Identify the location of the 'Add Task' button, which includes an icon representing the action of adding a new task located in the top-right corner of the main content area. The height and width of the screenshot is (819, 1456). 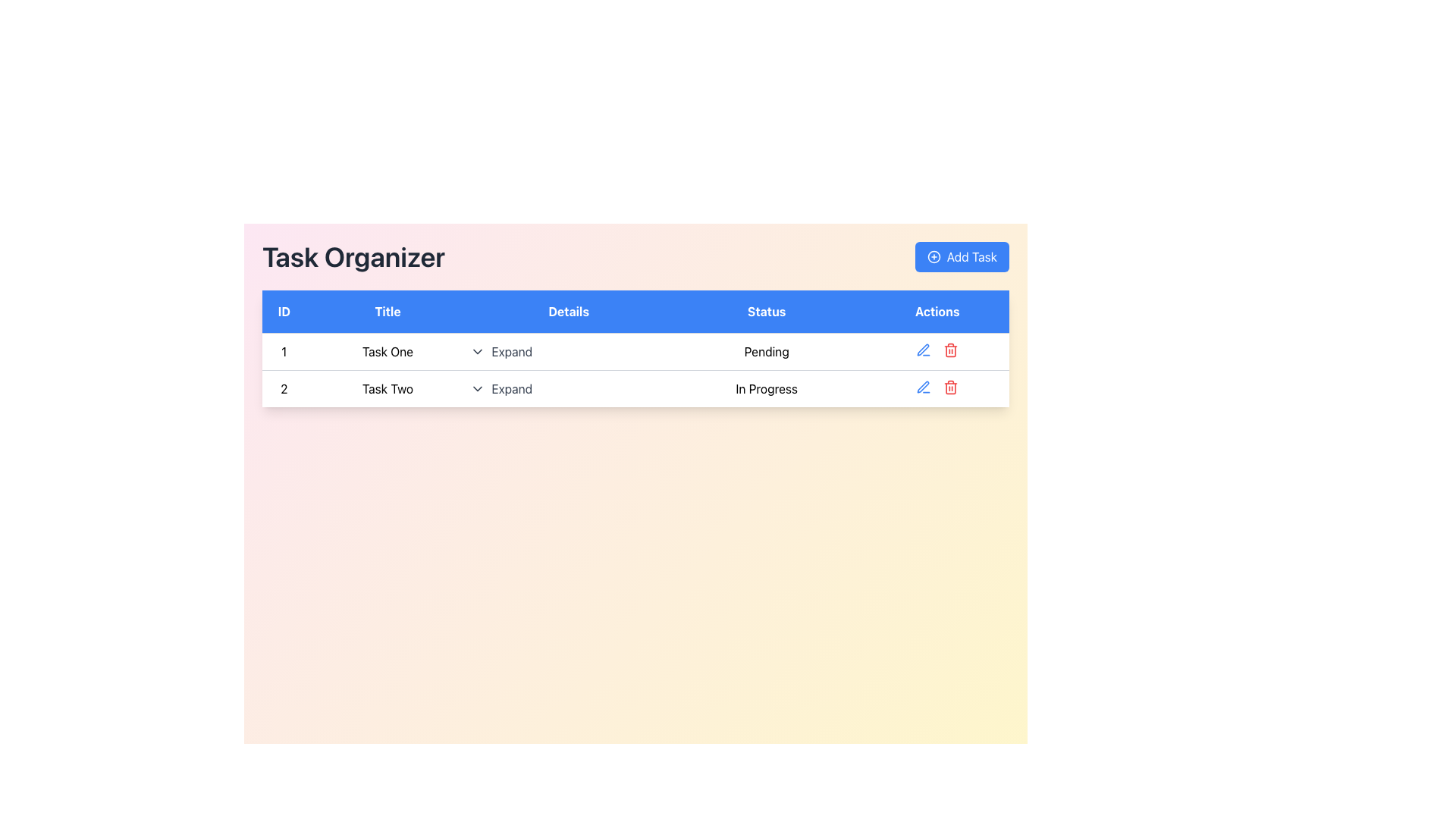
(933, 256).